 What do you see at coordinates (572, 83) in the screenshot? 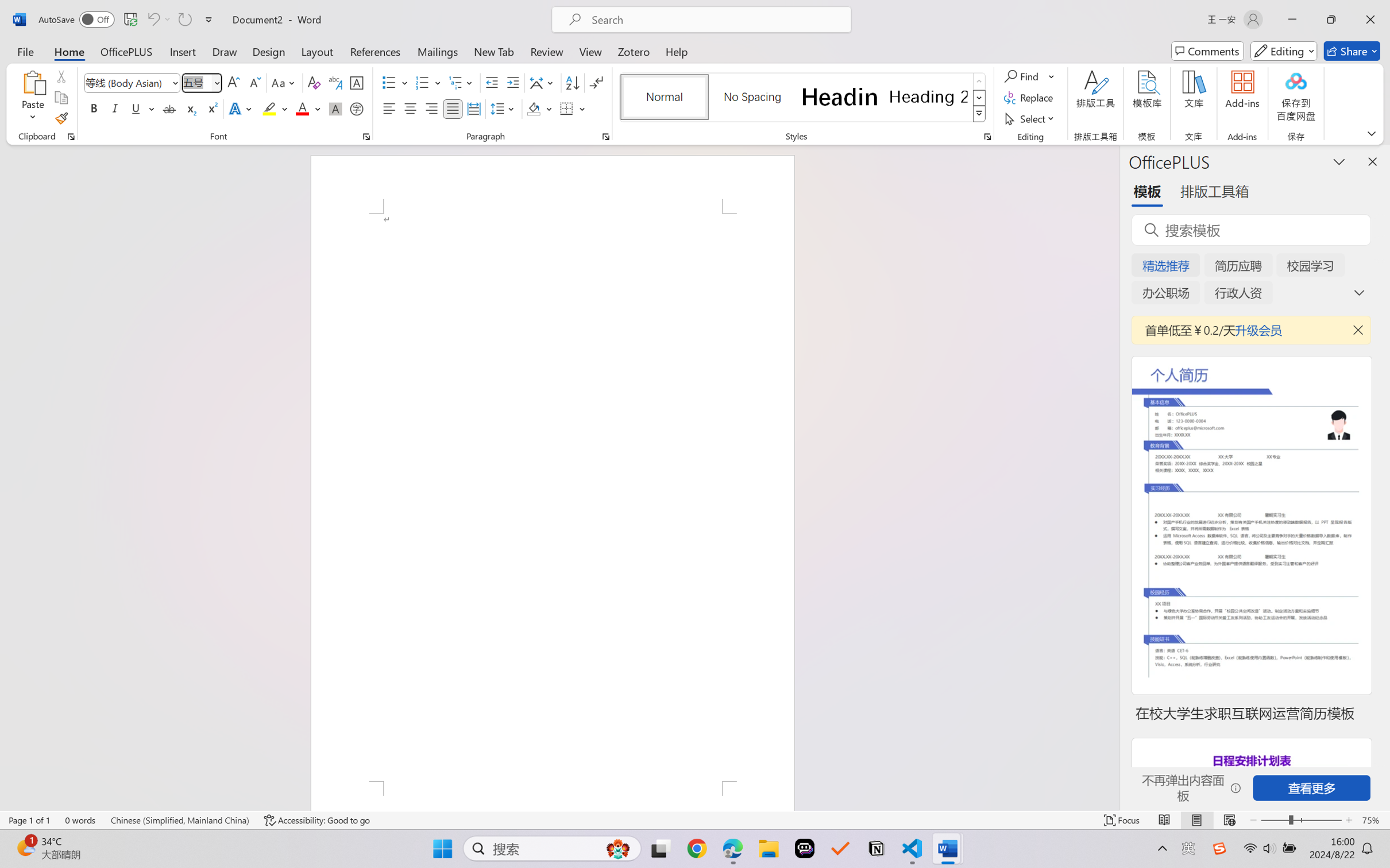
I see `'Sort...'` at bounding box center [572, 83].